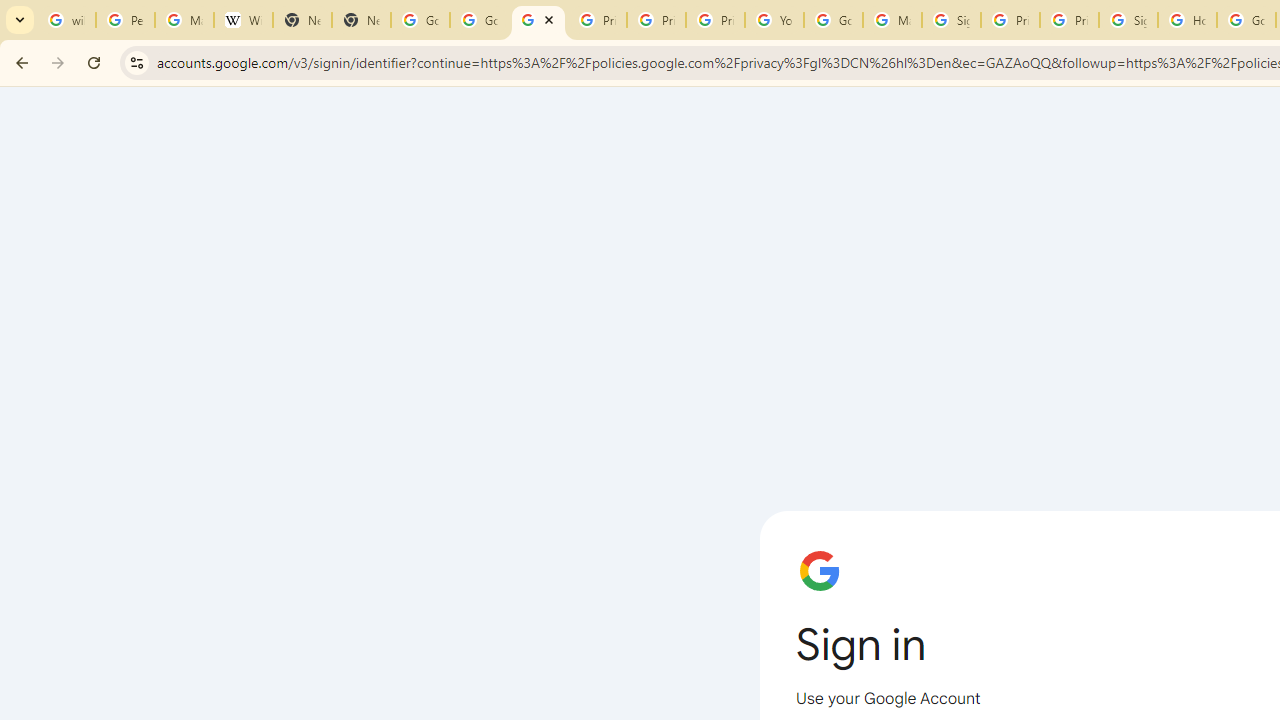 Image resolution: width=1280 pixels, height=720 pixels. What do you see at coordinates (184, 20) in the screenshot?
I see `'Manage your Location History - Google Search Help'` at bounding box center [184, 20].